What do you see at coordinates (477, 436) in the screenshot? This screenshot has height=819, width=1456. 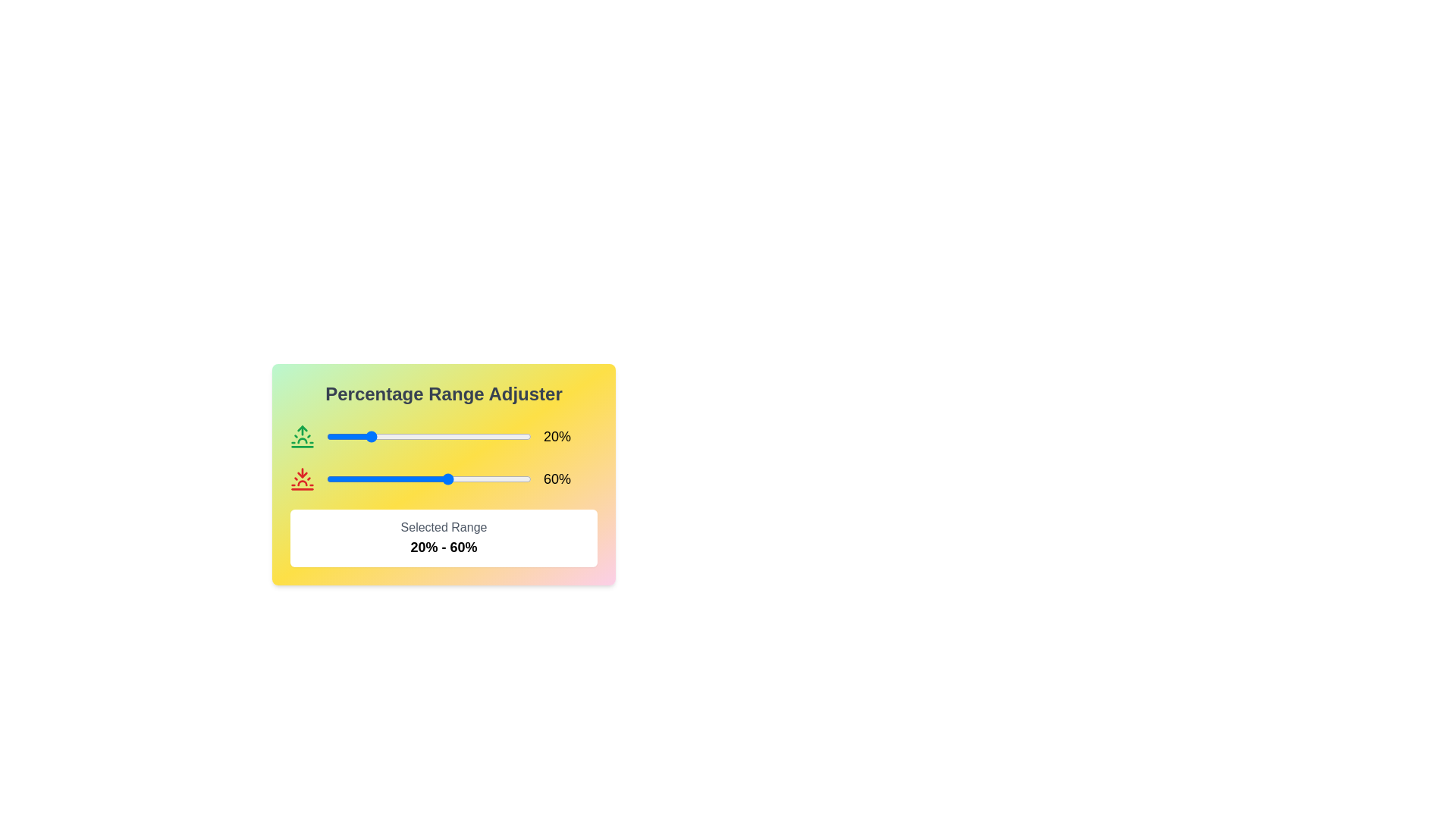 I see `the slider` at bounding box center [477, 436].